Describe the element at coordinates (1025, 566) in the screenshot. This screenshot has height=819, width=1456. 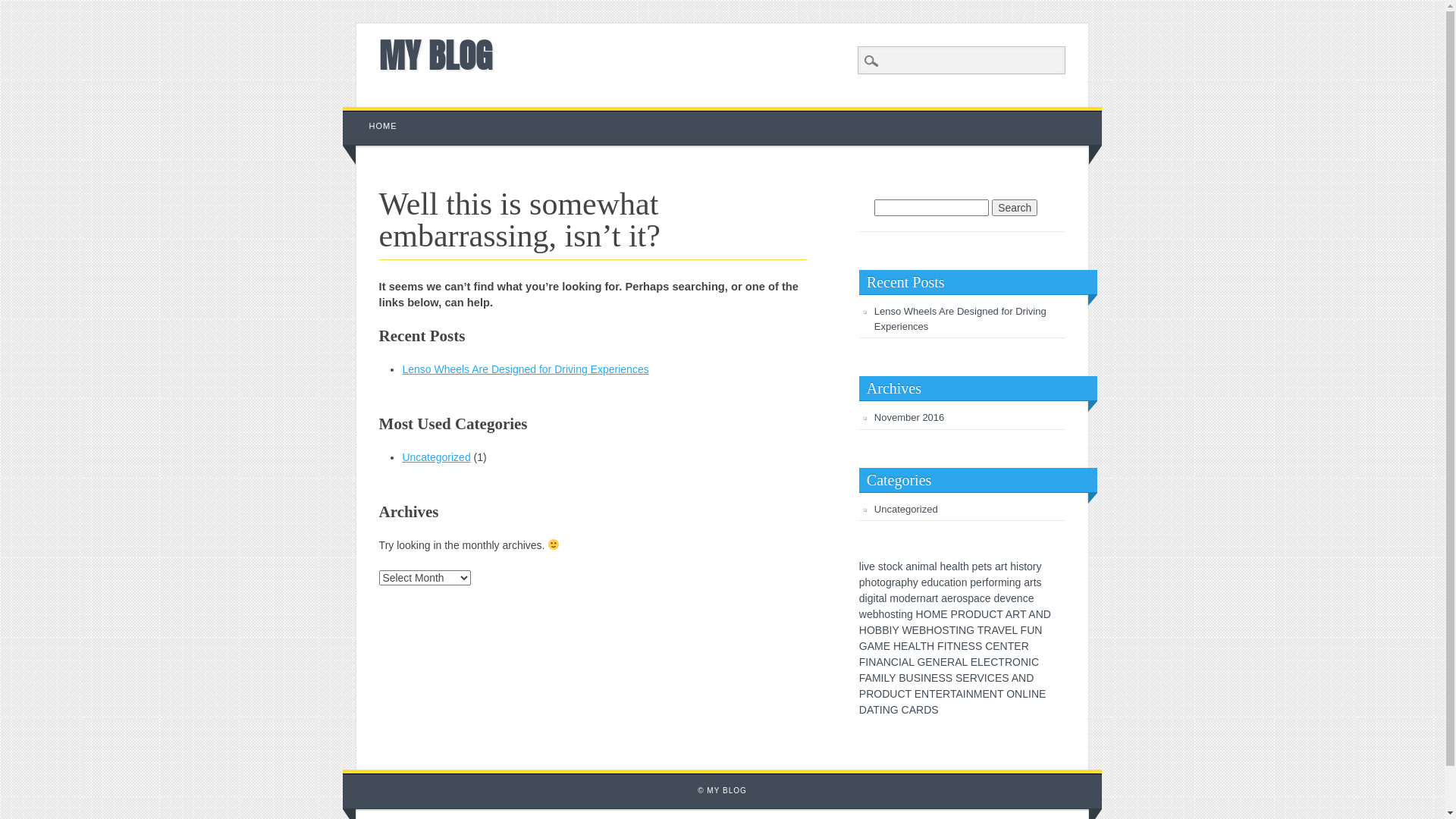
I see `'t'` at that location.